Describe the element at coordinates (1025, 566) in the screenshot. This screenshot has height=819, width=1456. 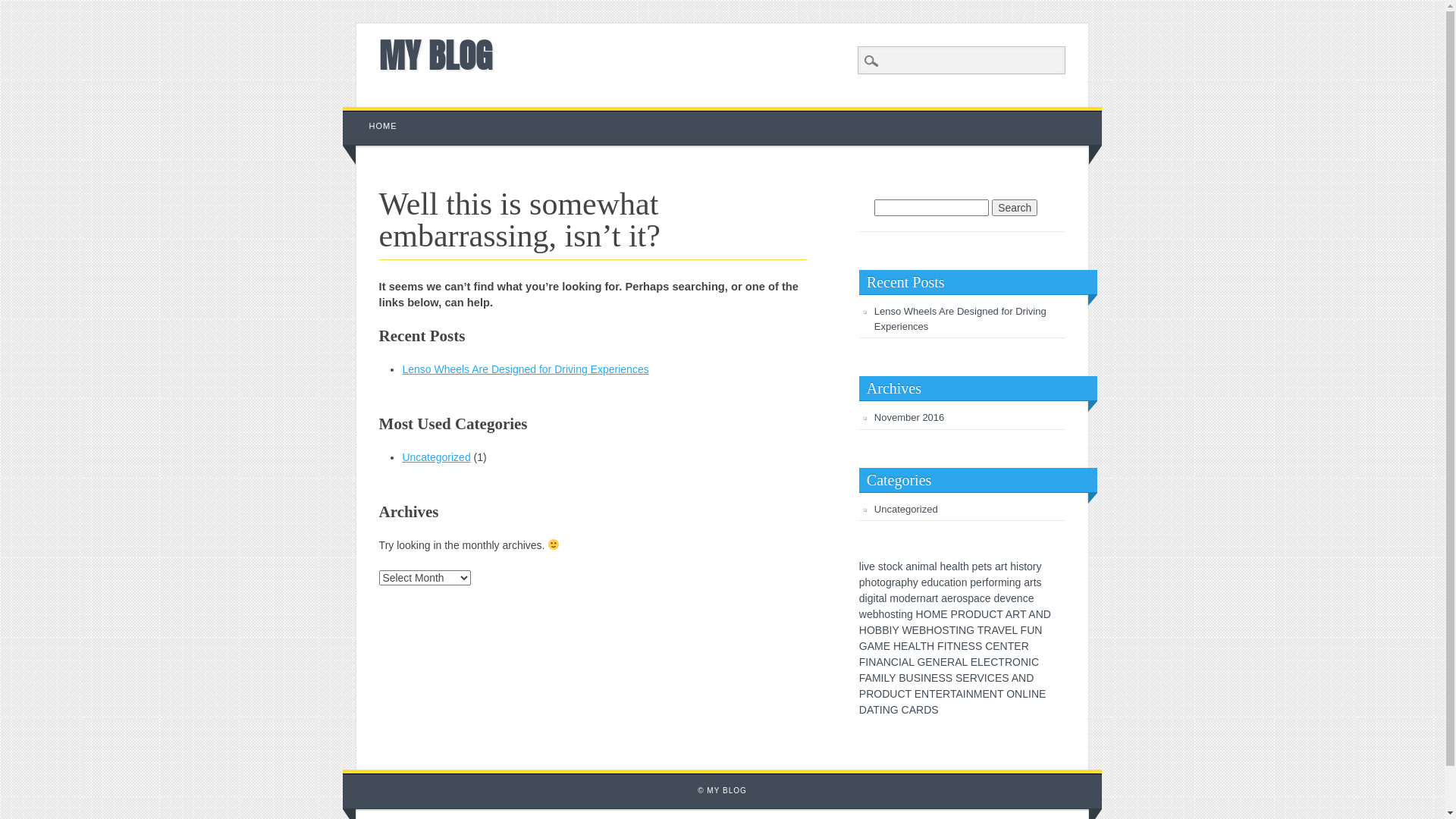
I see `'t'` at that location.